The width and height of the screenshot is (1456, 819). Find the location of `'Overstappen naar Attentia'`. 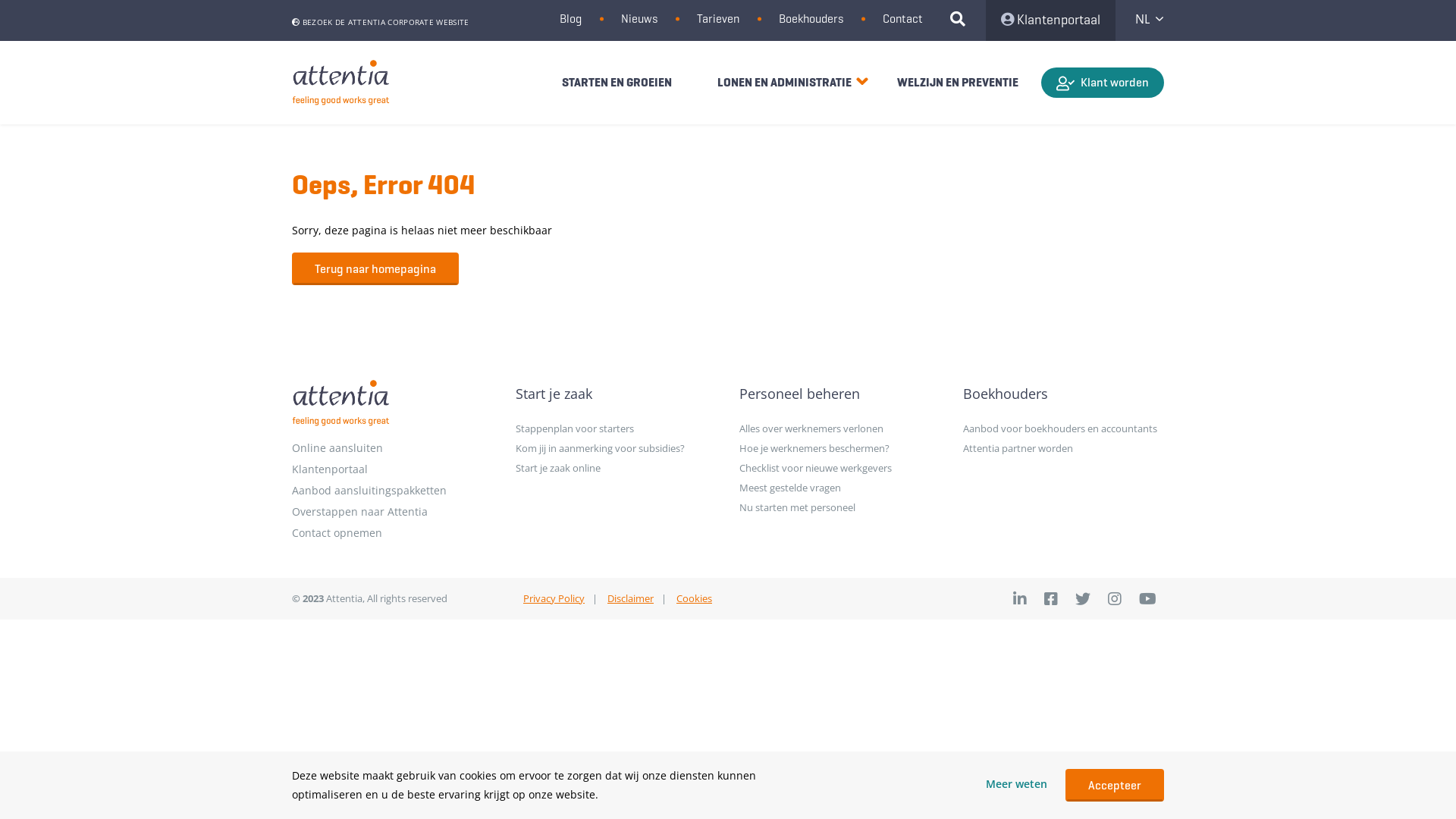

'Overstappen naar Attentia' is located at coordinates (392, 512).